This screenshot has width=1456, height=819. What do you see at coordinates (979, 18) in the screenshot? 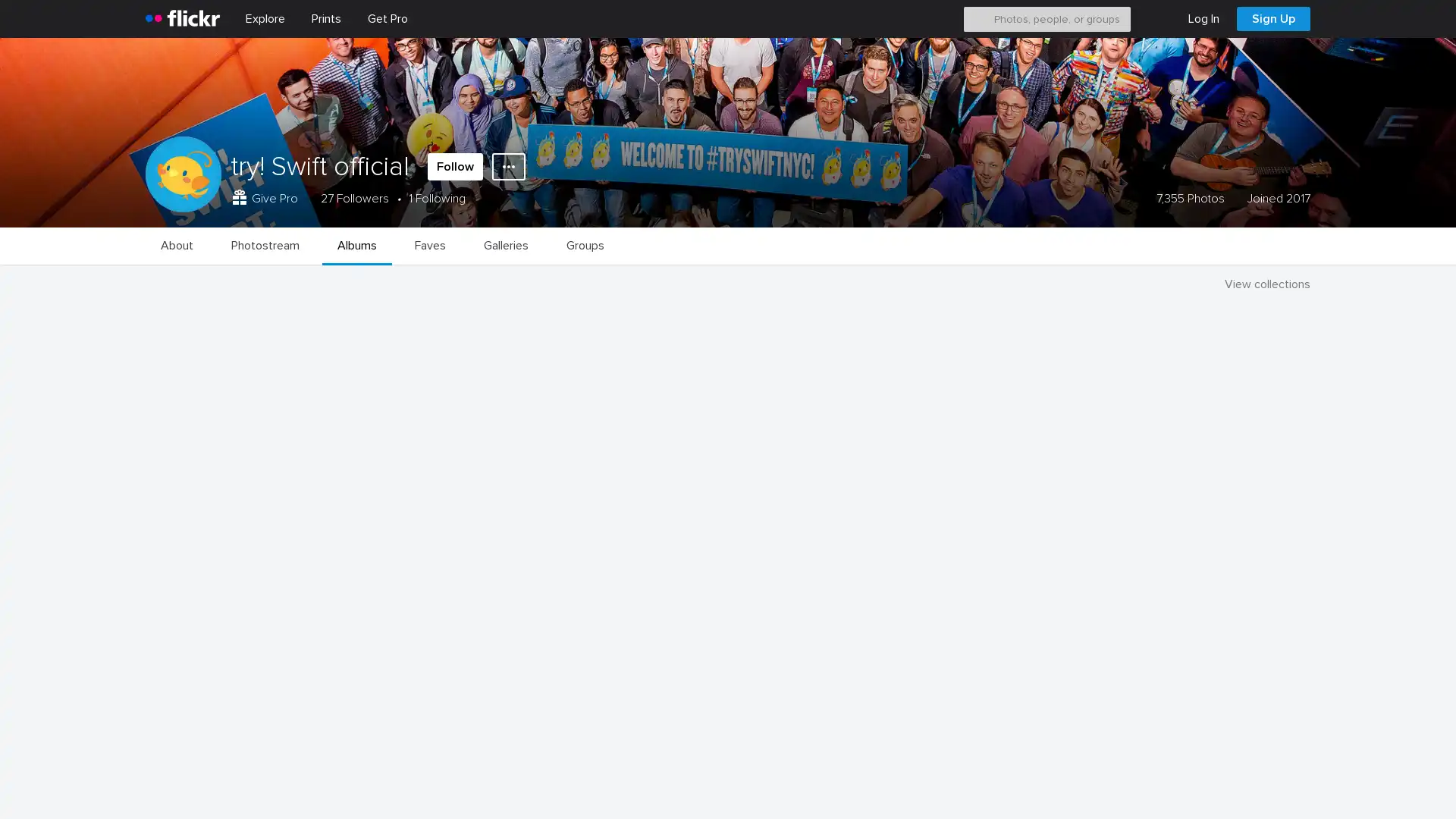
I see `Search` at bounding box center [979, 18].